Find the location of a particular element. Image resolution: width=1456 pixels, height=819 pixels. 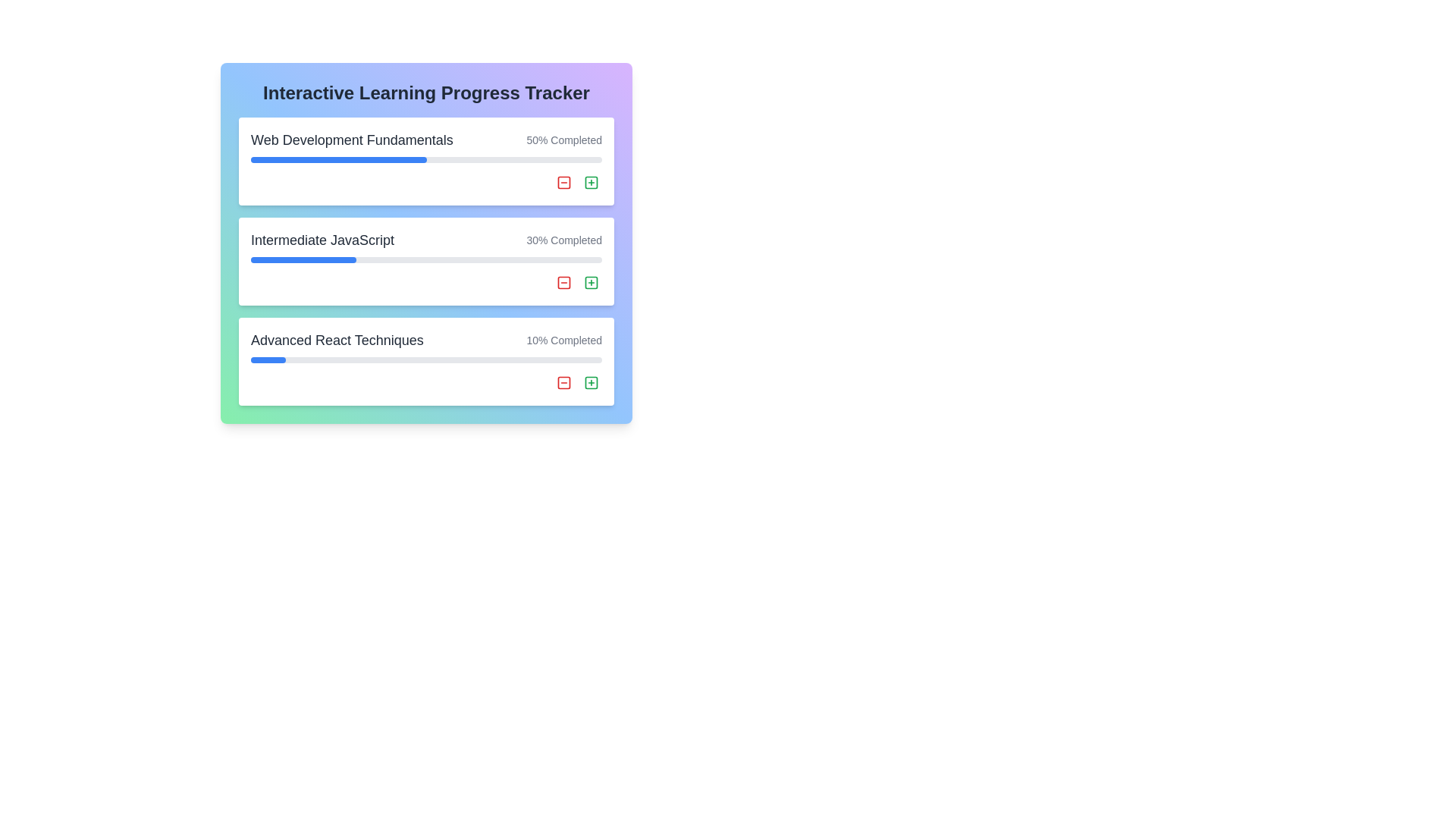

the rectangular graphical element that is part of the button on the far right of the 'Intermediate JavaScript' progress tracker row is located at coordinates (590, 181).